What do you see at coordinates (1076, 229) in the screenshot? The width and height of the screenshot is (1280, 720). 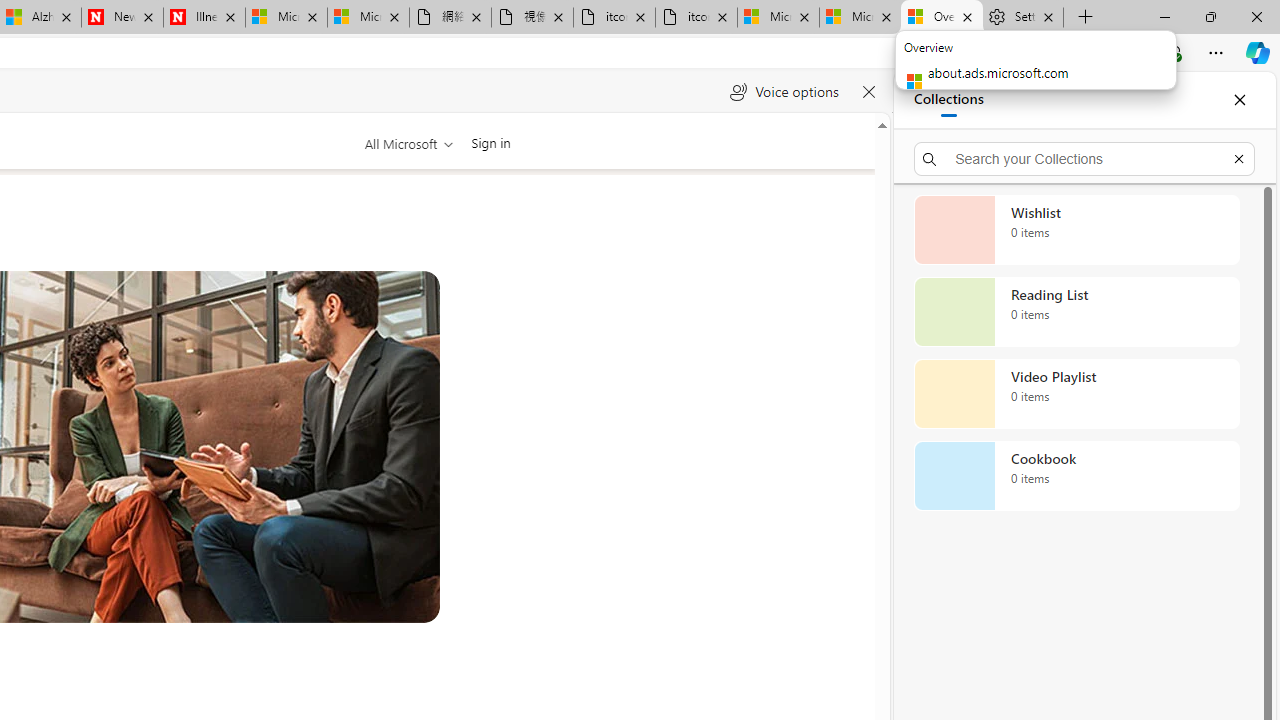 I see `'Wishlist collection, 0 items'` at bounding box center [1076, 229].